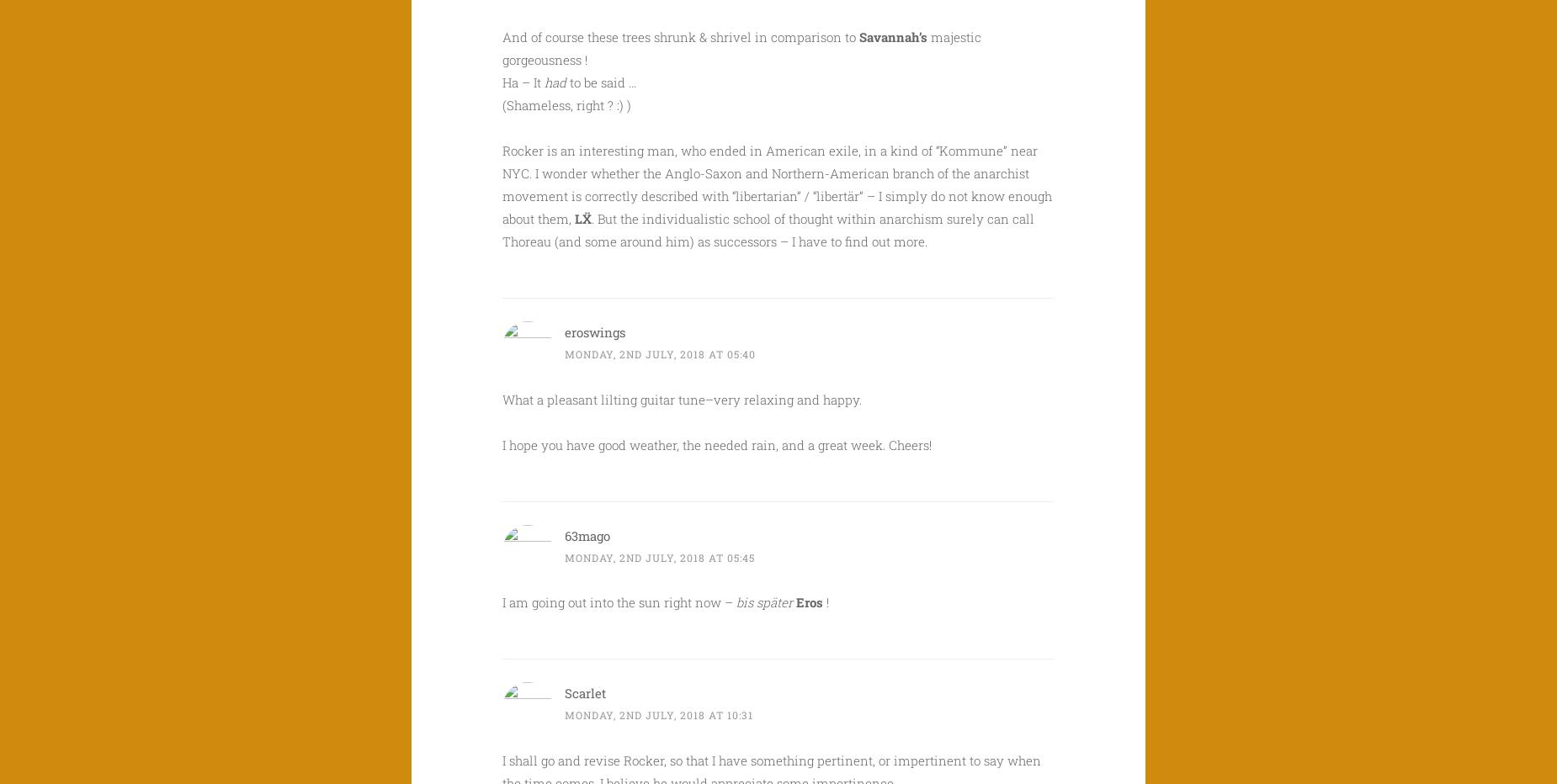 This screenshot has height=784, width=1557. I want to click on 'to be said …', so click(602, 82).